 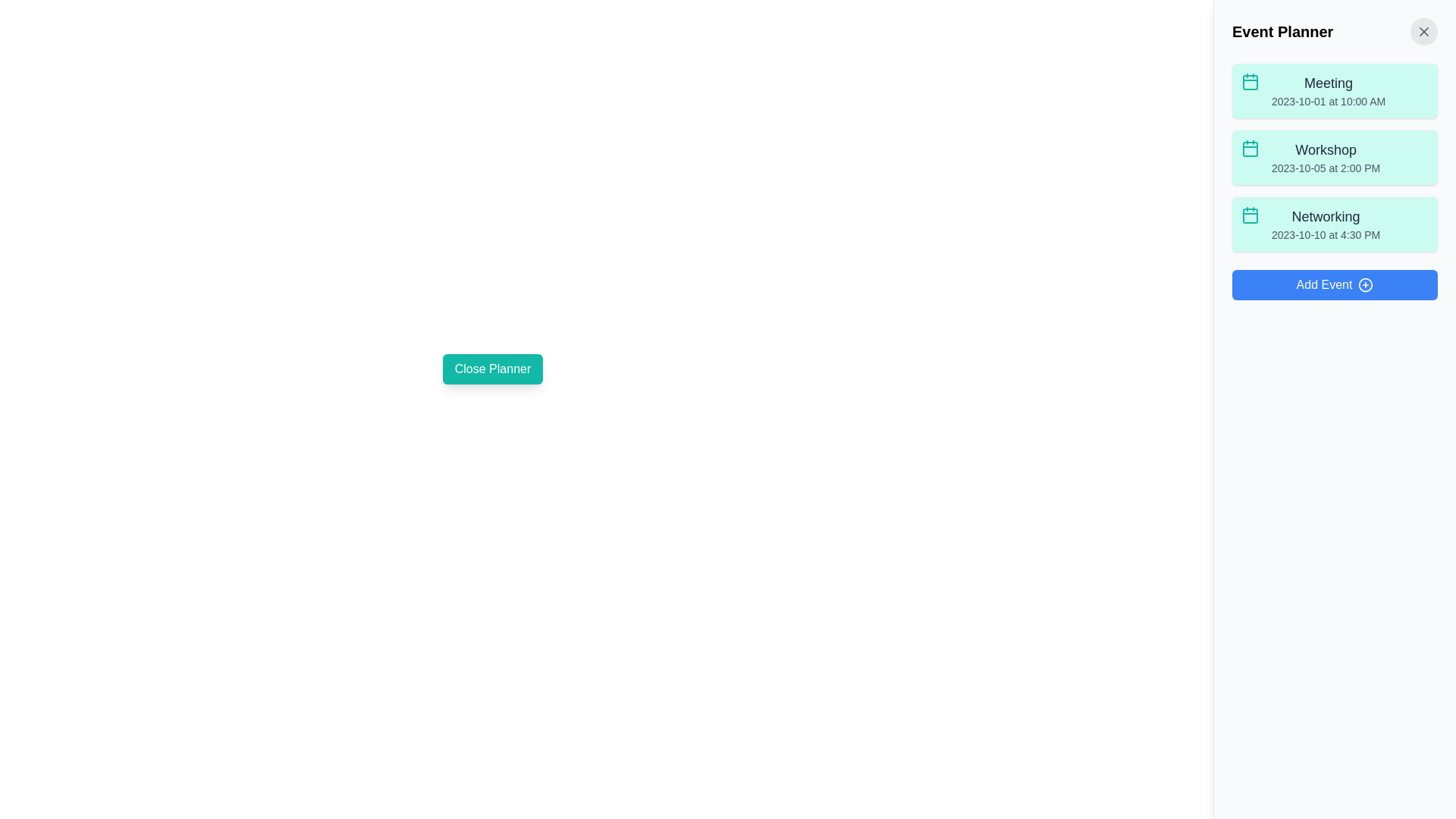 I want to click on the static text element that serves as the title 'Event Planner' located at the top of the sidebar on the right-hand side of the interface, so click(x=1282, y=32).